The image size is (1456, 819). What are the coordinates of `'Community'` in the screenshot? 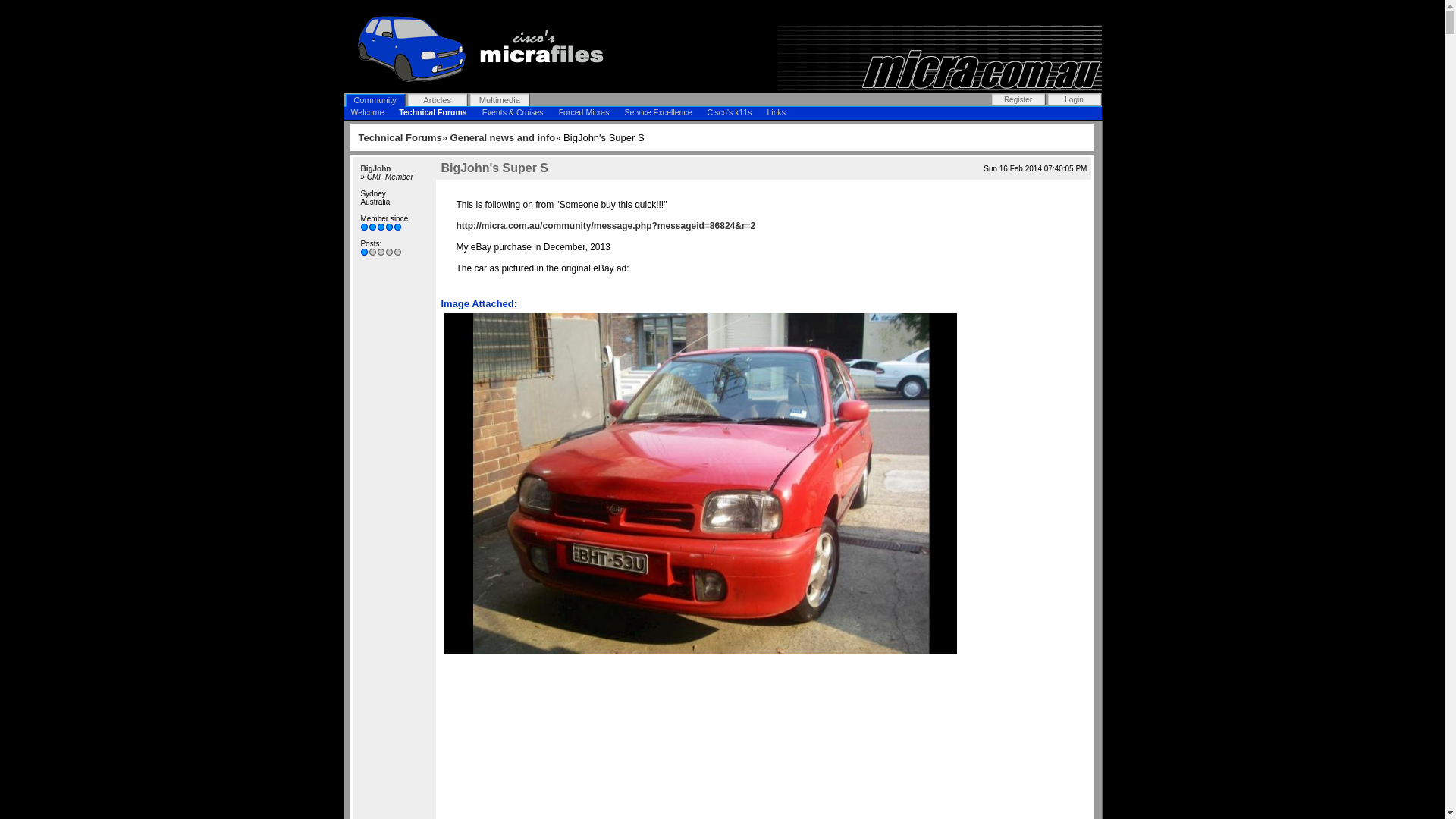 It's located at (345, 100).